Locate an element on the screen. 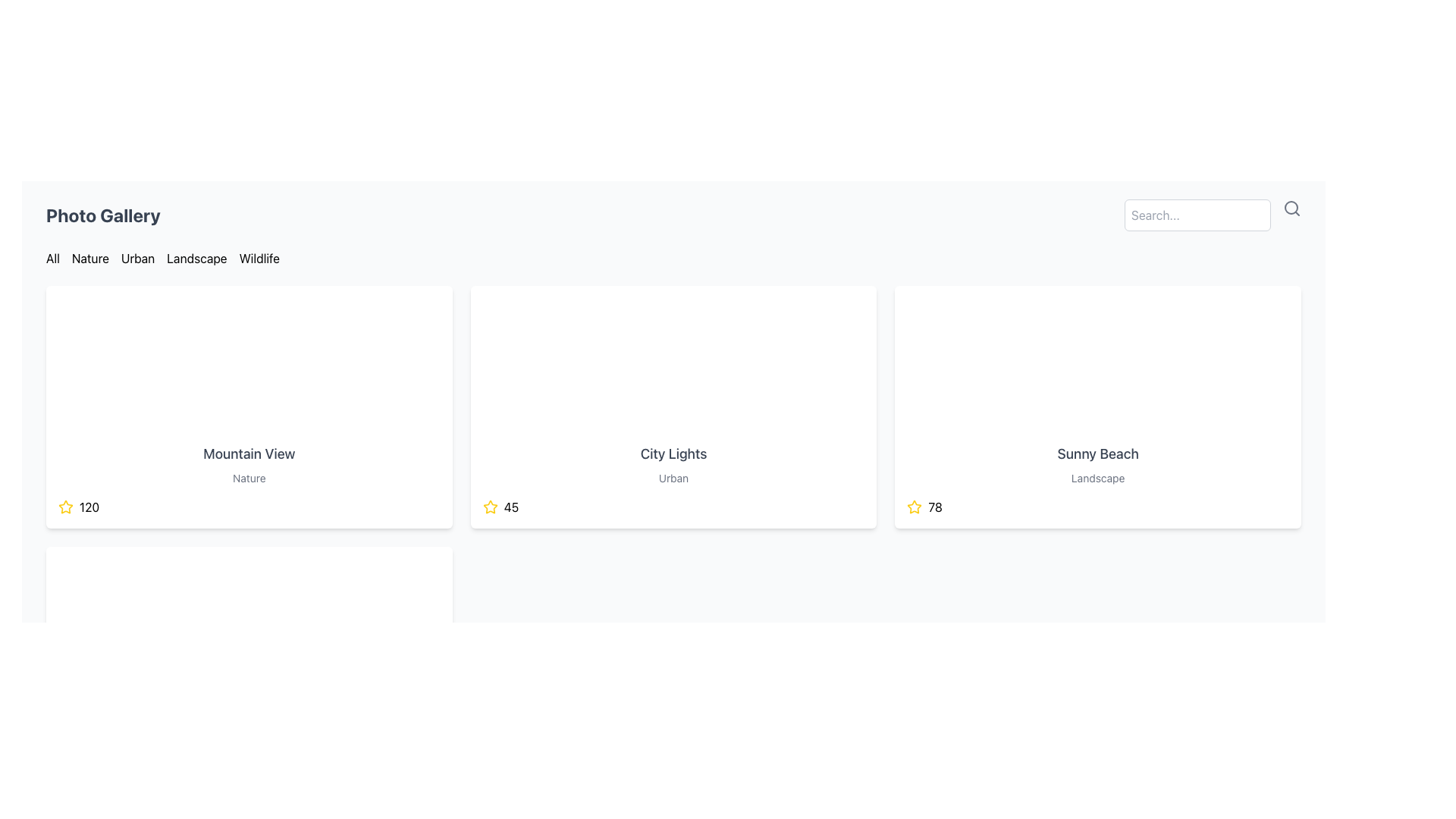 This screenshot has height=819, width=1456. the decorative icon indicating the rating or favorite status located to the left of the text '78' under the 'Sunny Beach' section, adjacent to the bottom-right corner of the corresponding card in the gallery is located at coordinates (914, 507).